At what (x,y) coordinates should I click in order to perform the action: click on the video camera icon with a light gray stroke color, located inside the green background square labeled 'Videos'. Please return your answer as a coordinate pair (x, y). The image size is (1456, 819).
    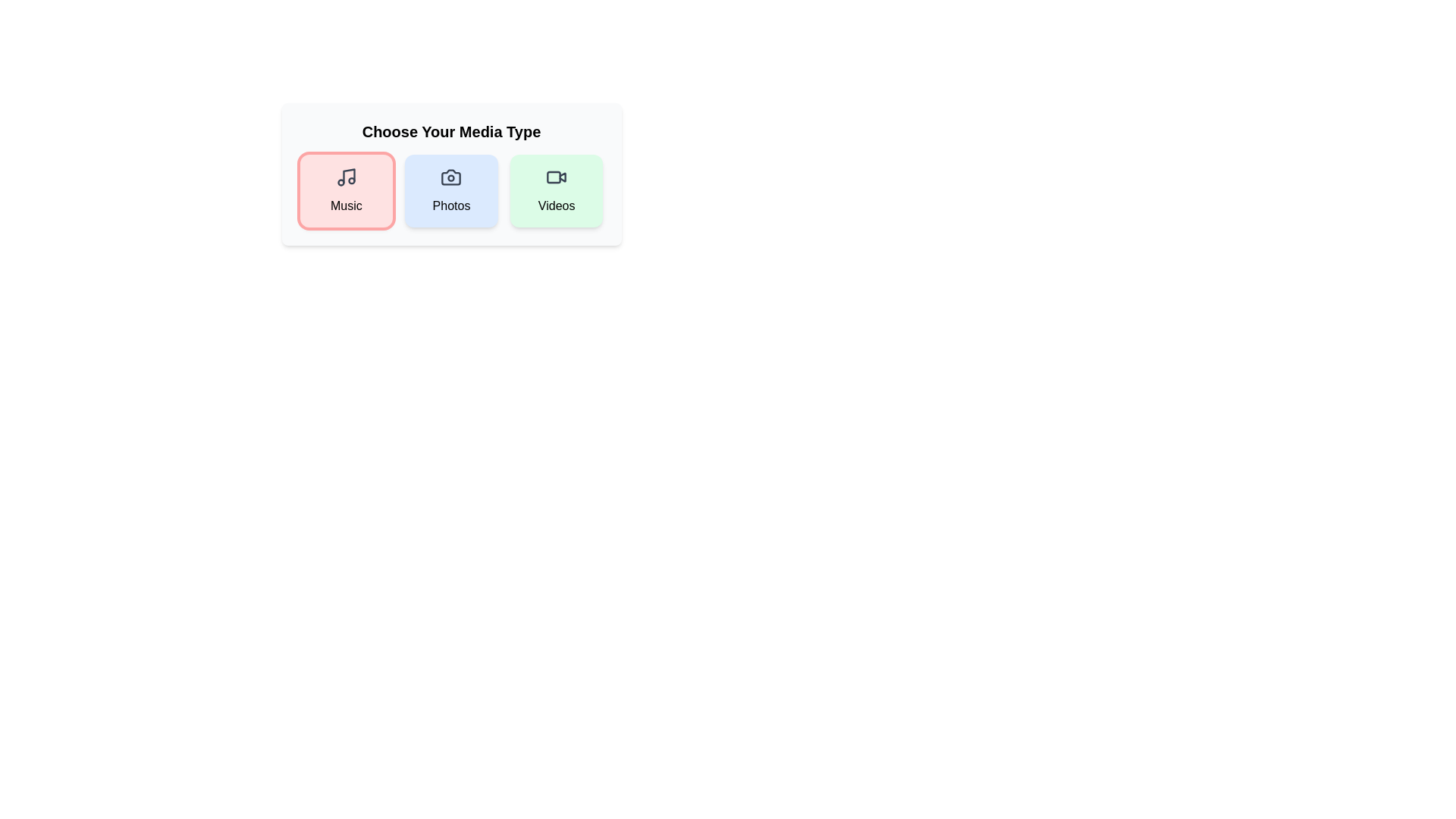
    Looking at the image, I should click on (556, 177).